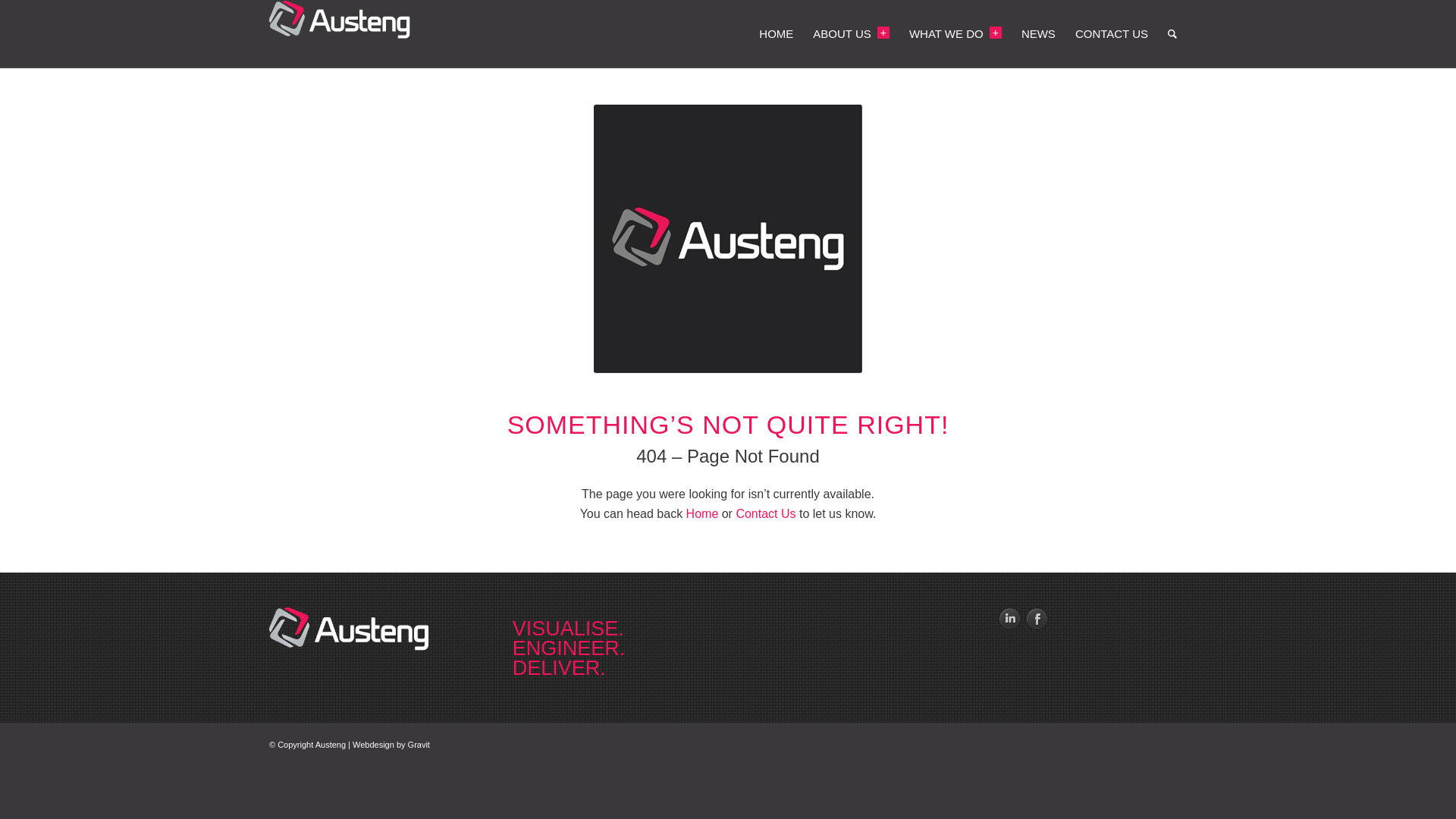 This screenshot has width=1456, height=819. Describe the element at coordinates (1037, 34) in the screenshot. I see `'NEWS'` at that location.